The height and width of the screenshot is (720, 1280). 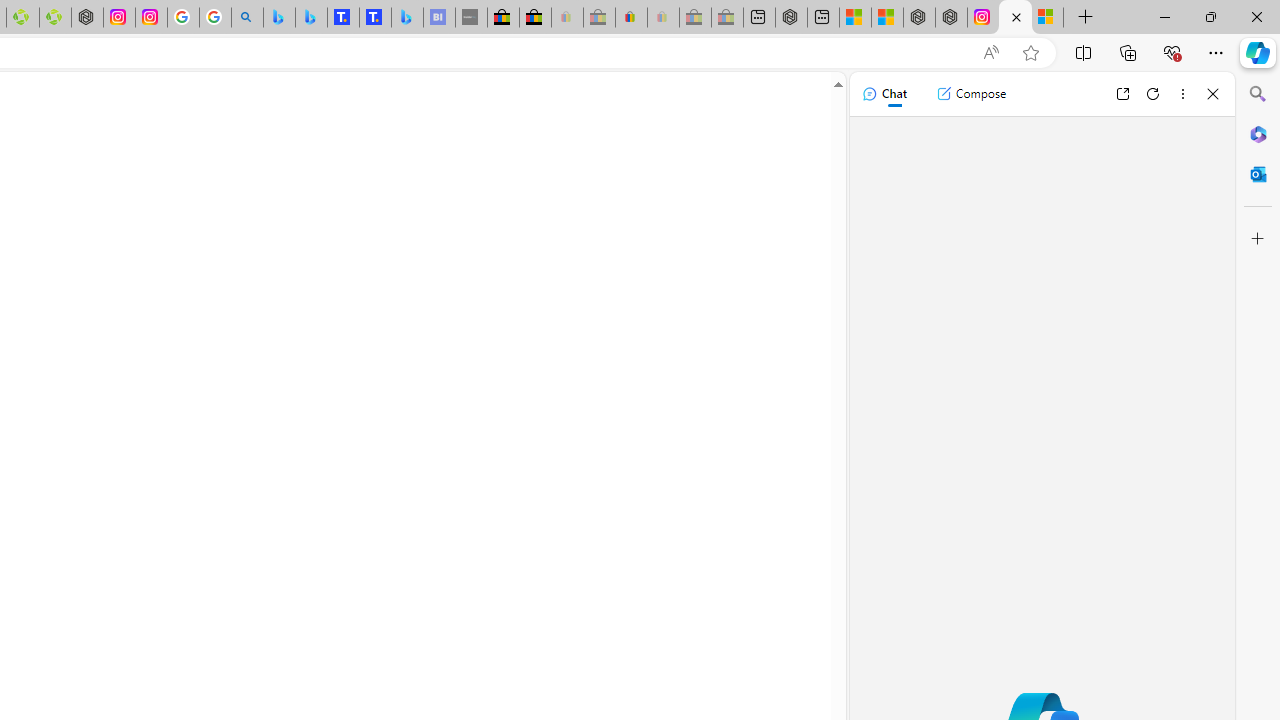 I want to click on 'Open link in new tab', so click(x=1122, y=93).